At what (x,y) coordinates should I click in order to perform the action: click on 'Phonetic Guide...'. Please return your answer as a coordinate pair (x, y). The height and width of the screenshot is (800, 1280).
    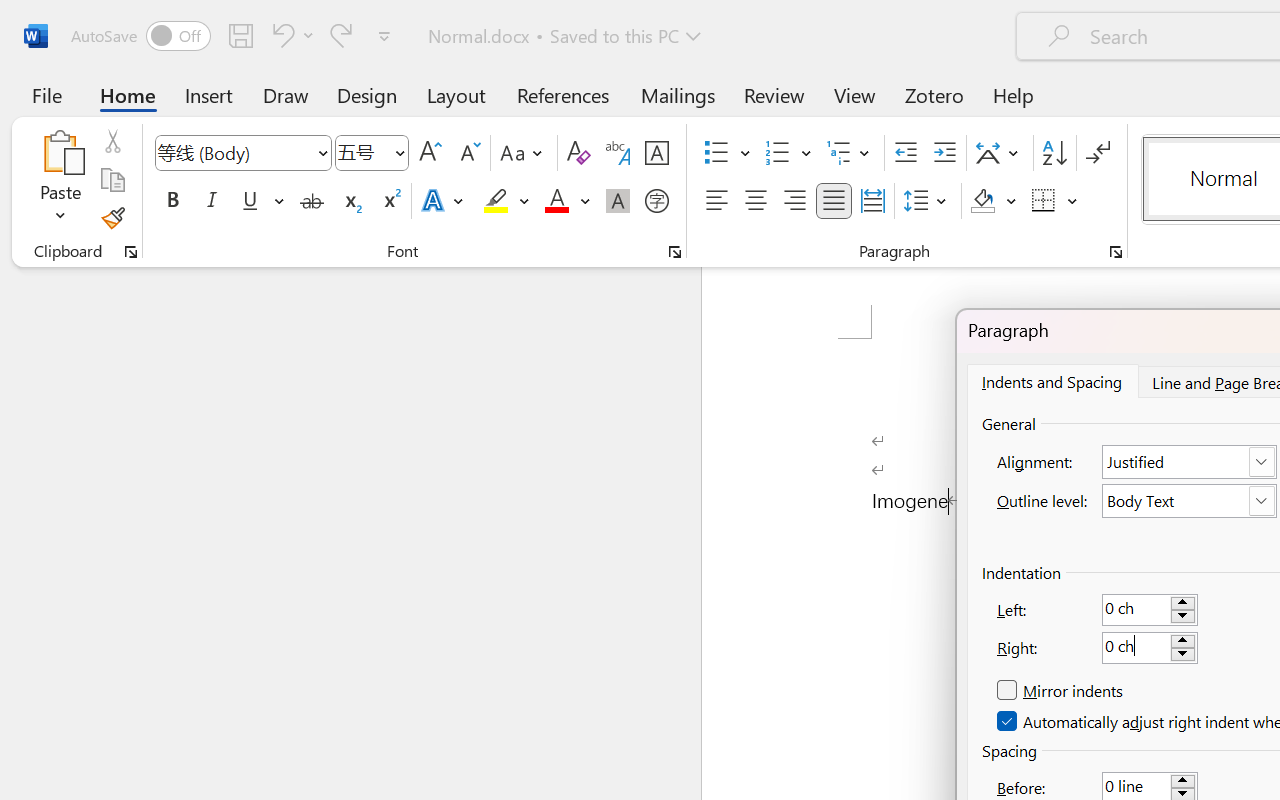
    Looking at the image, I should click on (617, 153).